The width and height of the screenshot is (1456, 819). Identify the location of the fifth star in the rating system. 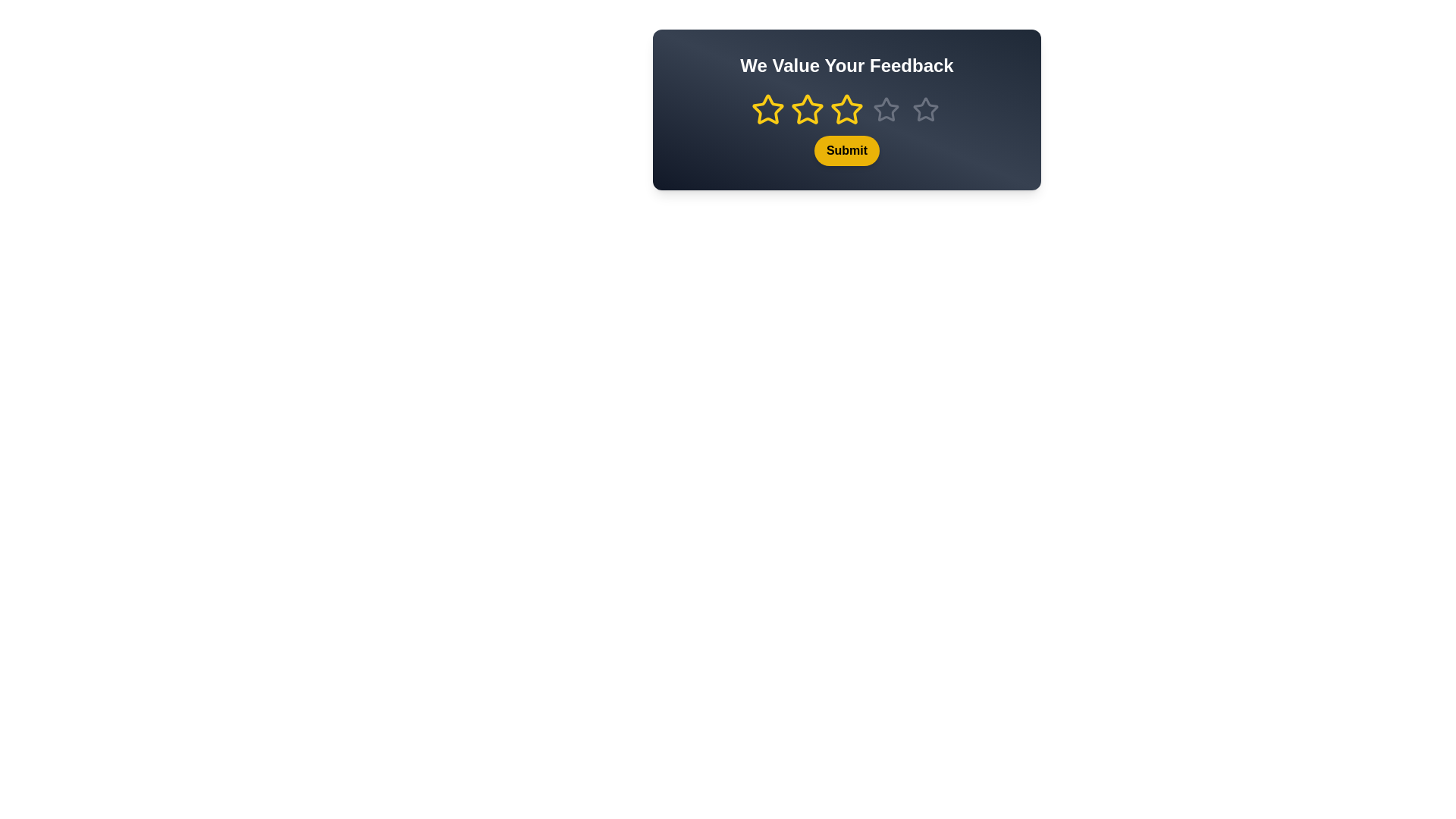
(924, 109).